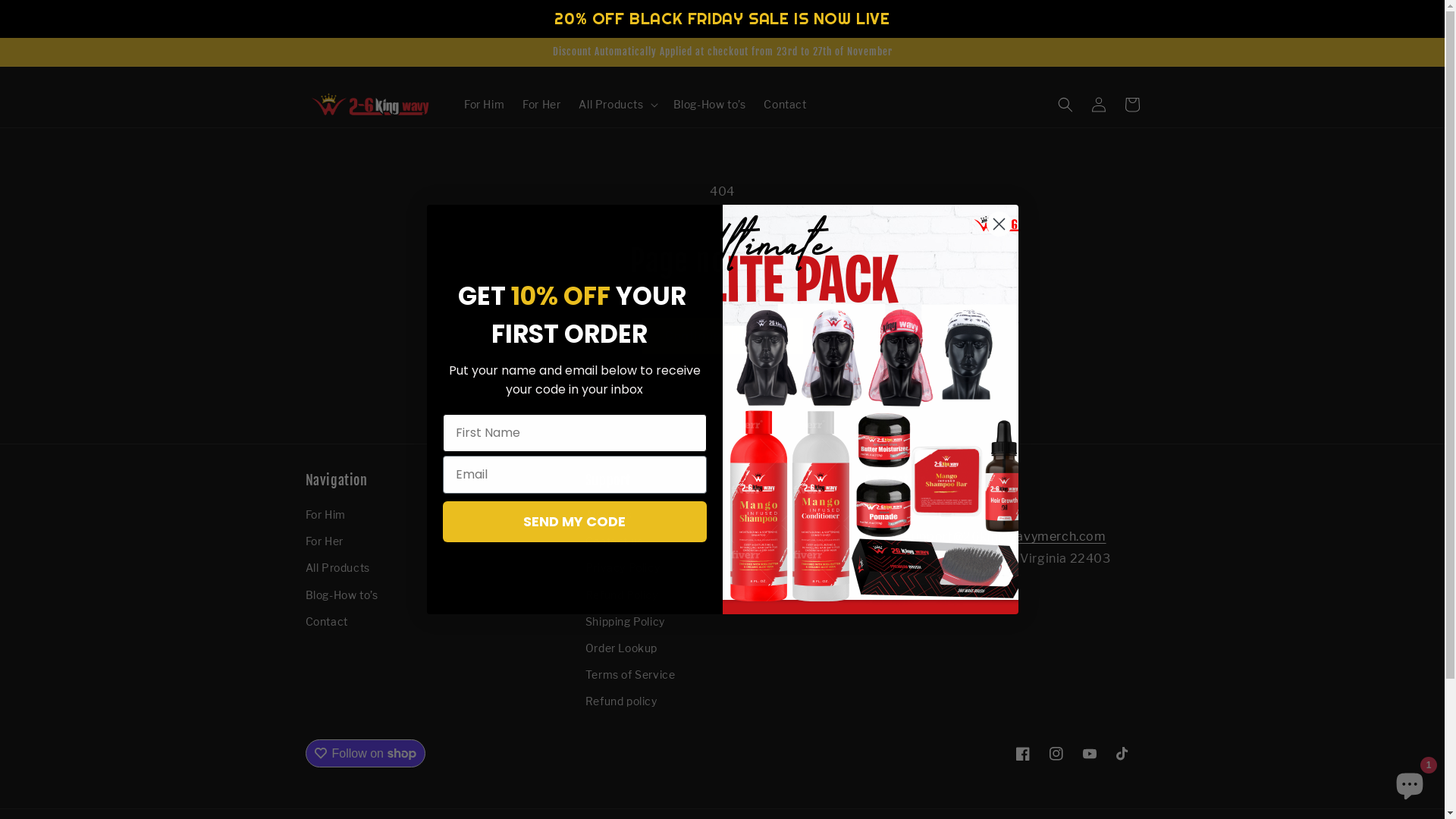 This screenshot has height=819, width=1456. What do you see at coordinates (1022, 754) in the screenshot?
I see `'Facebook'` at bounding box center [1022, 754].